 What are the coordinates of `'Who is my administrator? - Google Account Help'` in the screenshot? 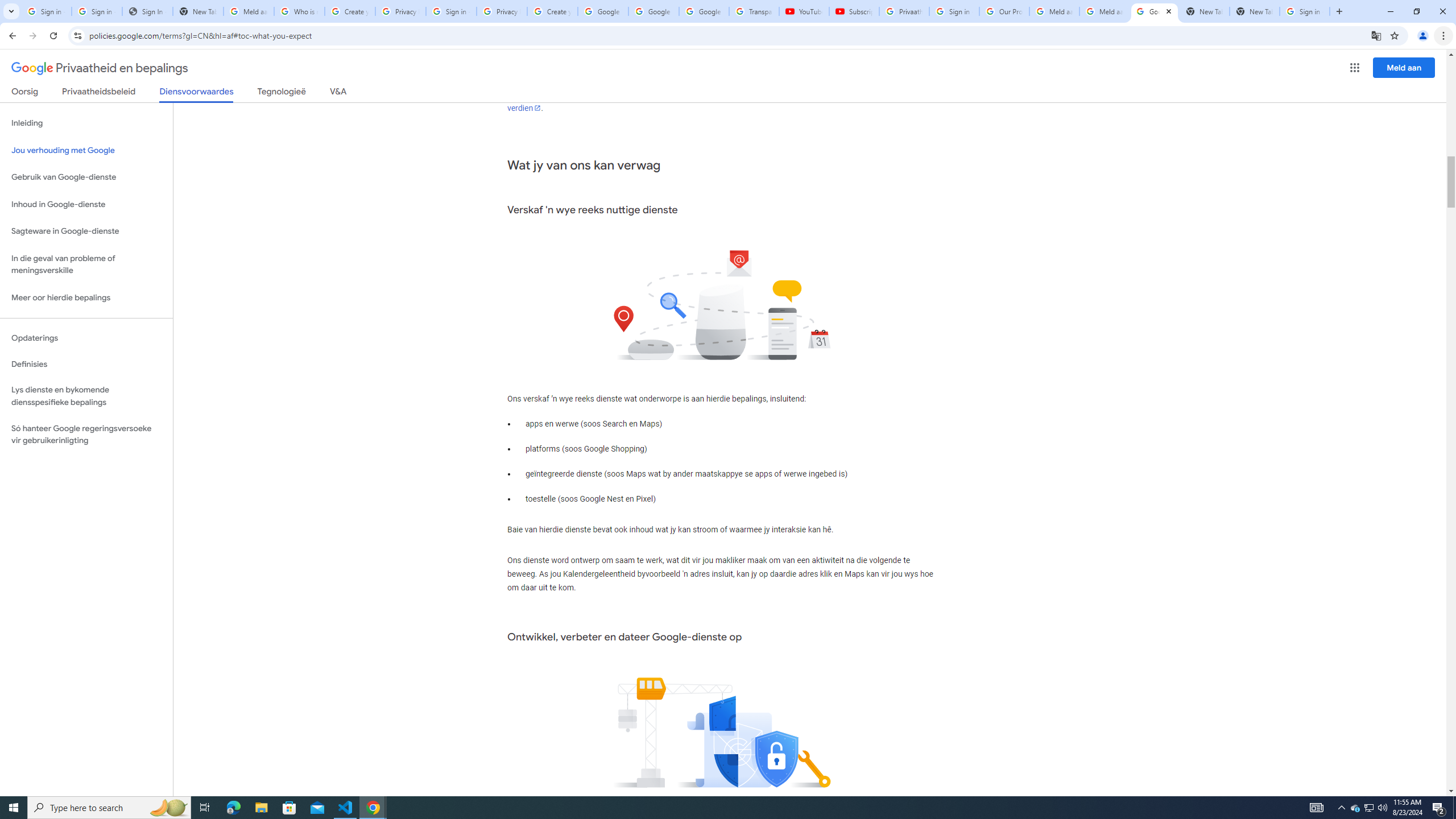 It's located at (299, 11).